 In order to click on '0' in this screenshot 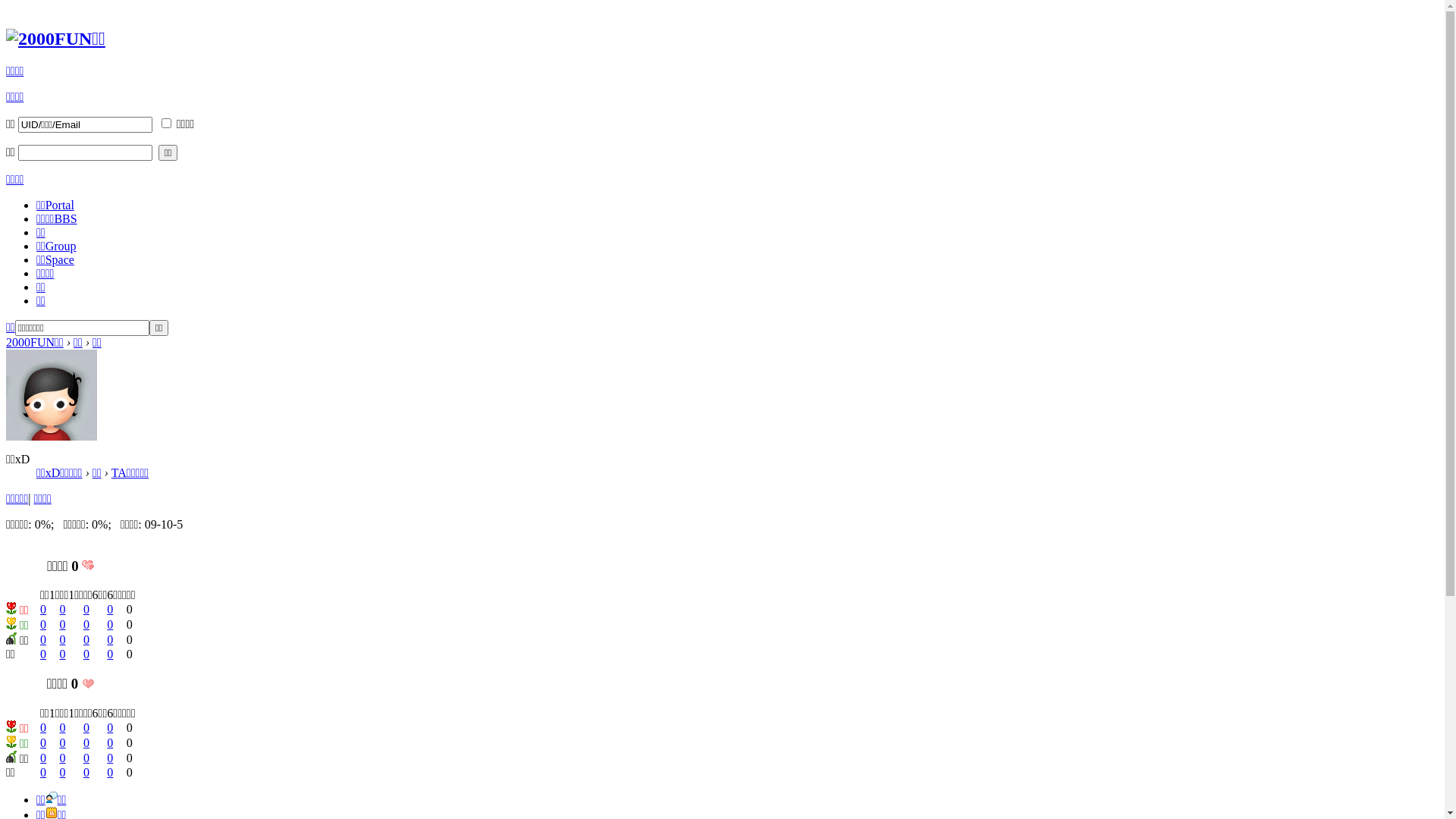, I will do `click(61, 639)`.